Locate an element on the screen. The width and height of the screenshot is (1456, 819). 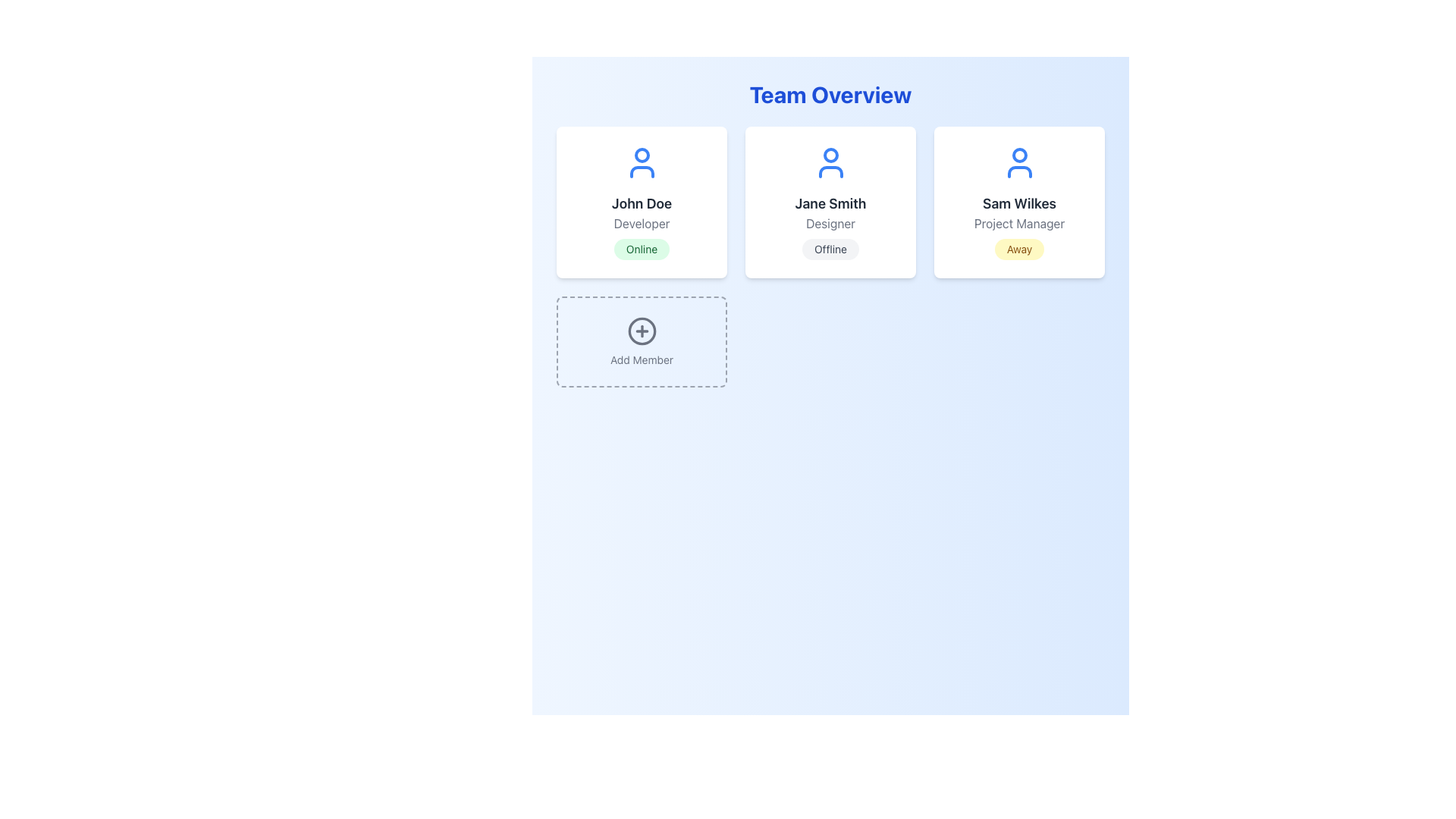
the interactive button located in the lower-left corner of the grid layout is located at coordinates (642, 342).